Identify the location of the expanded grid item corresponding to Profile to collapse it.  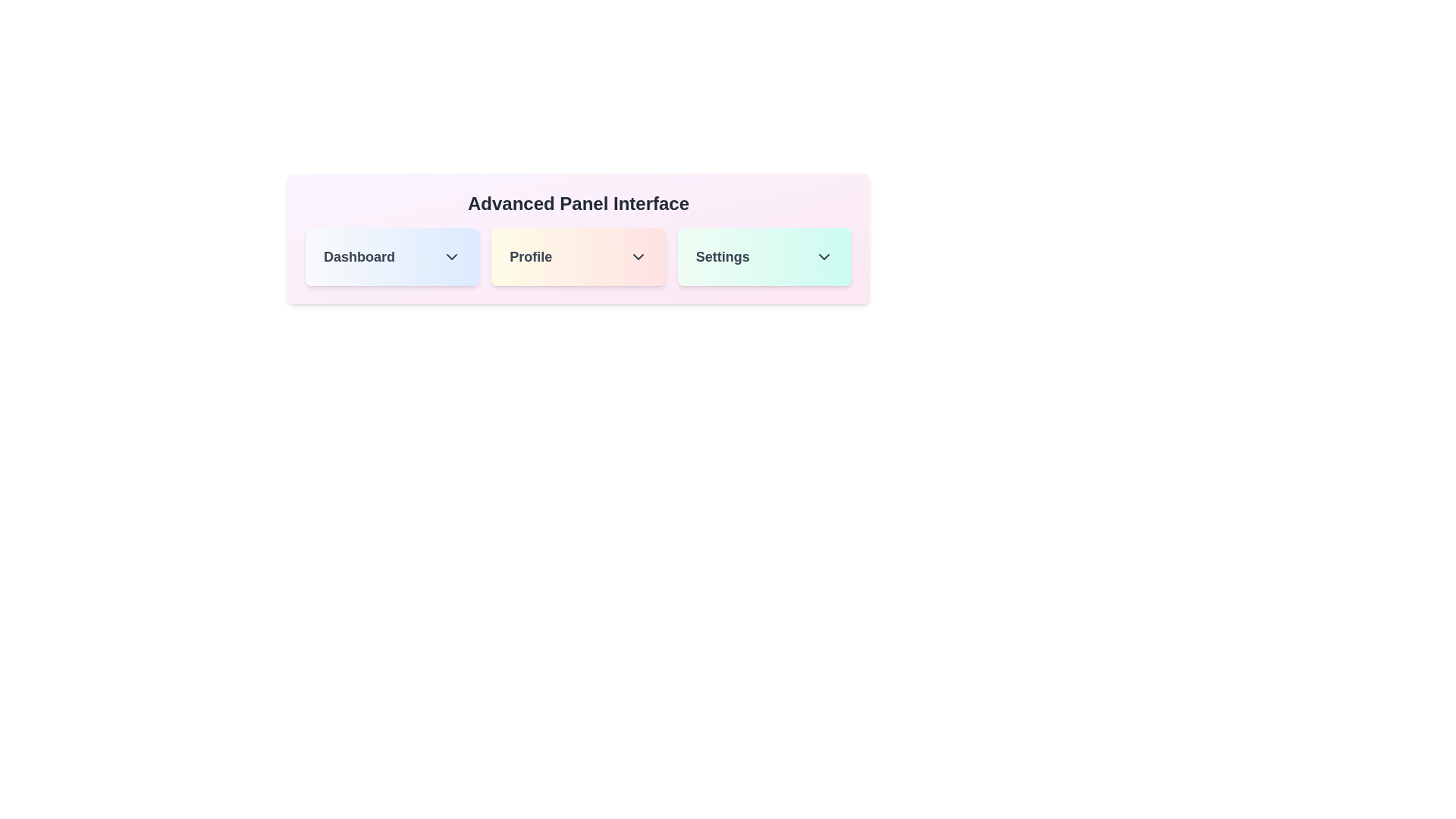
(577, 256).